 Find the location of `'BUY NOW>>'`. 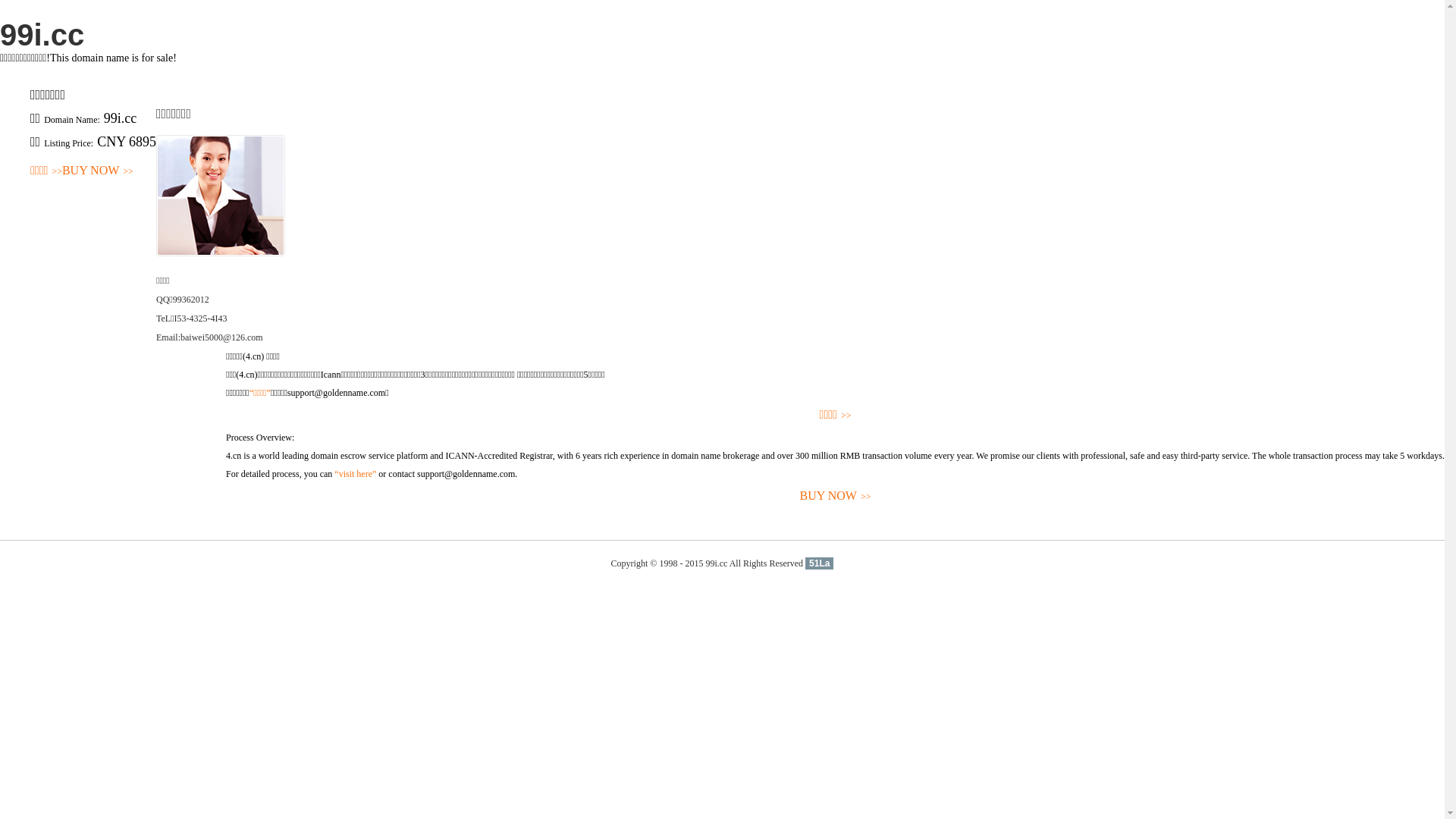

'BUY NOW>>' is located at coordinates (97, 171).